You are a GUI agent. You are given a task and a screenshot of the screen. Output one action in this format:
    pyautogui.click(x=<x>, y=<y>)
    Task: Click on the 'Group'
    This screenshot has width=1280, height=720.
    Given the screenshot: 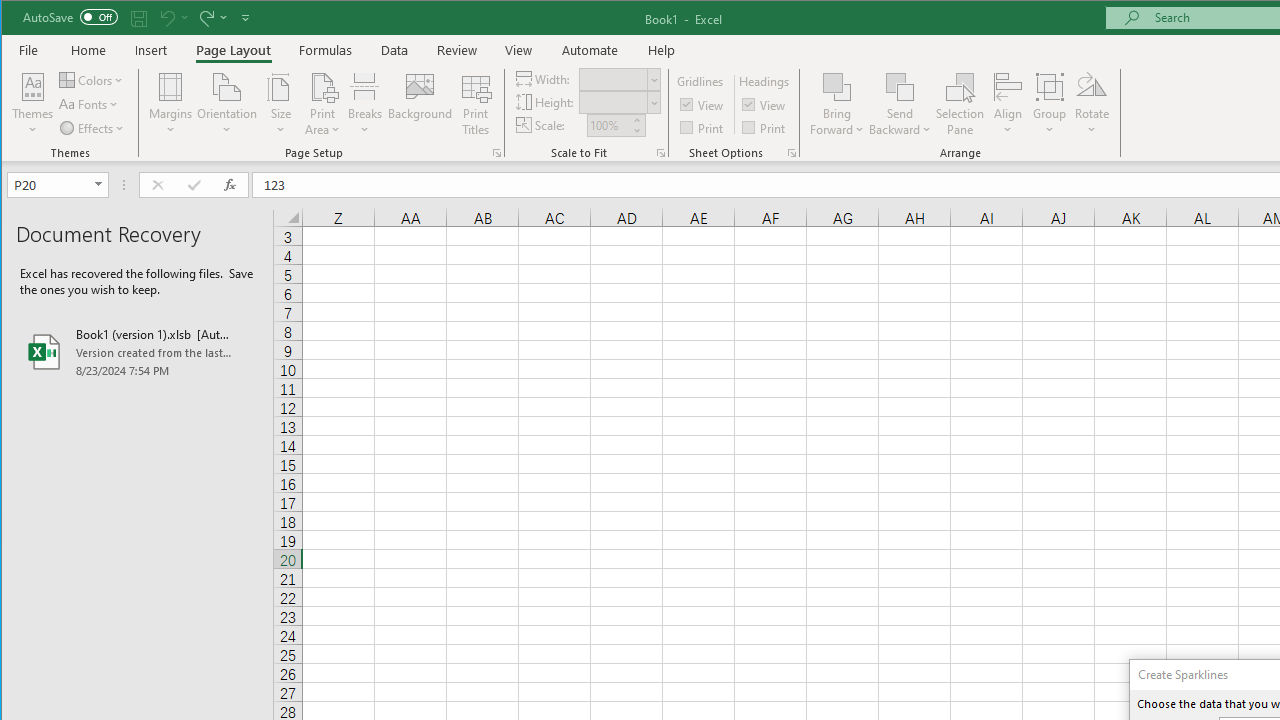 What is the action you would take?
    pyautogui.click(x=1049, y=104)
    